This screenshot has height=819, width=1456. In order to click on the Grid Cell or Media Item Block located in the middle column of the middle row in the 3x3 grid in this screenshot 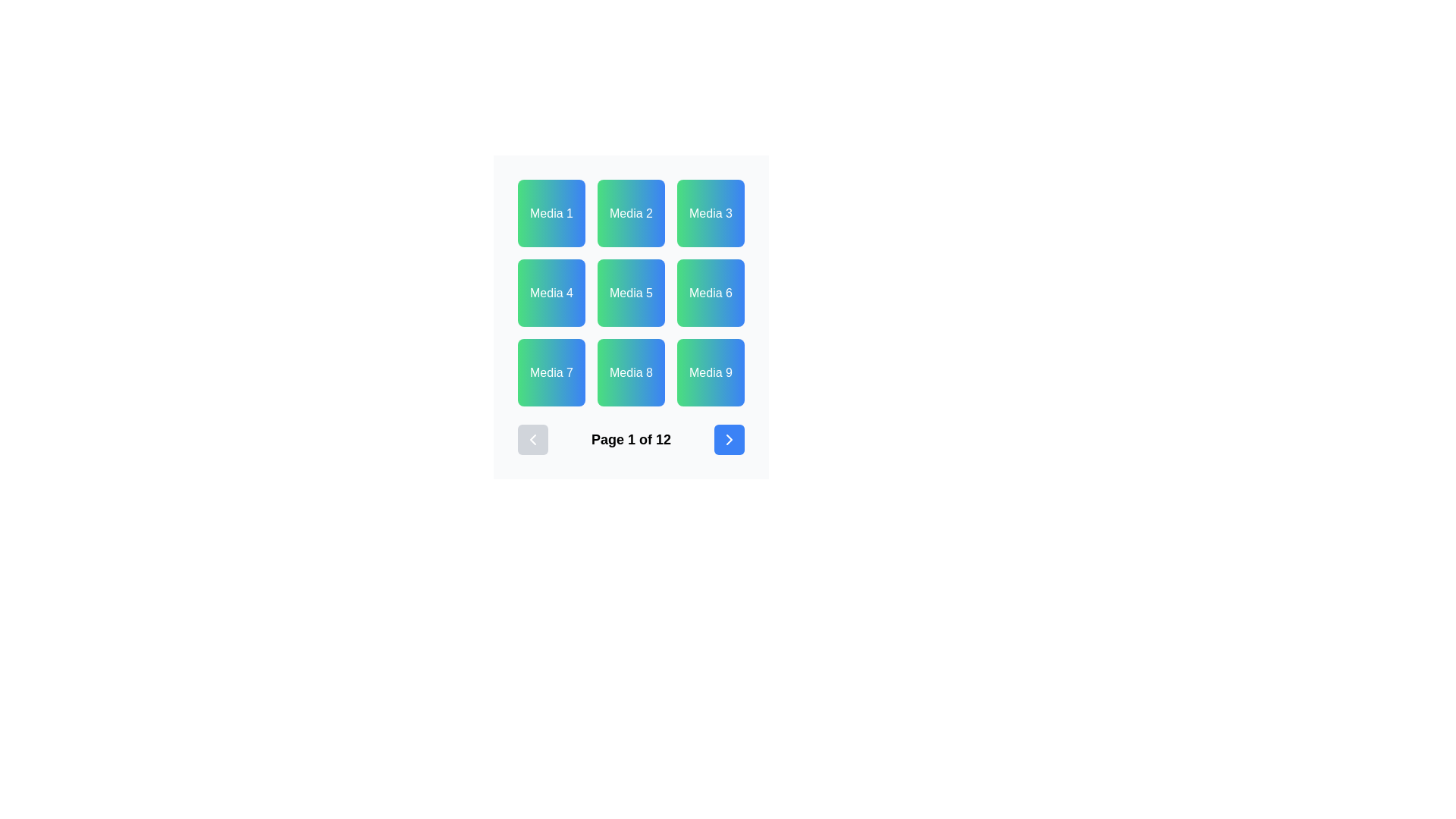, I will do `click(631, 316)`.